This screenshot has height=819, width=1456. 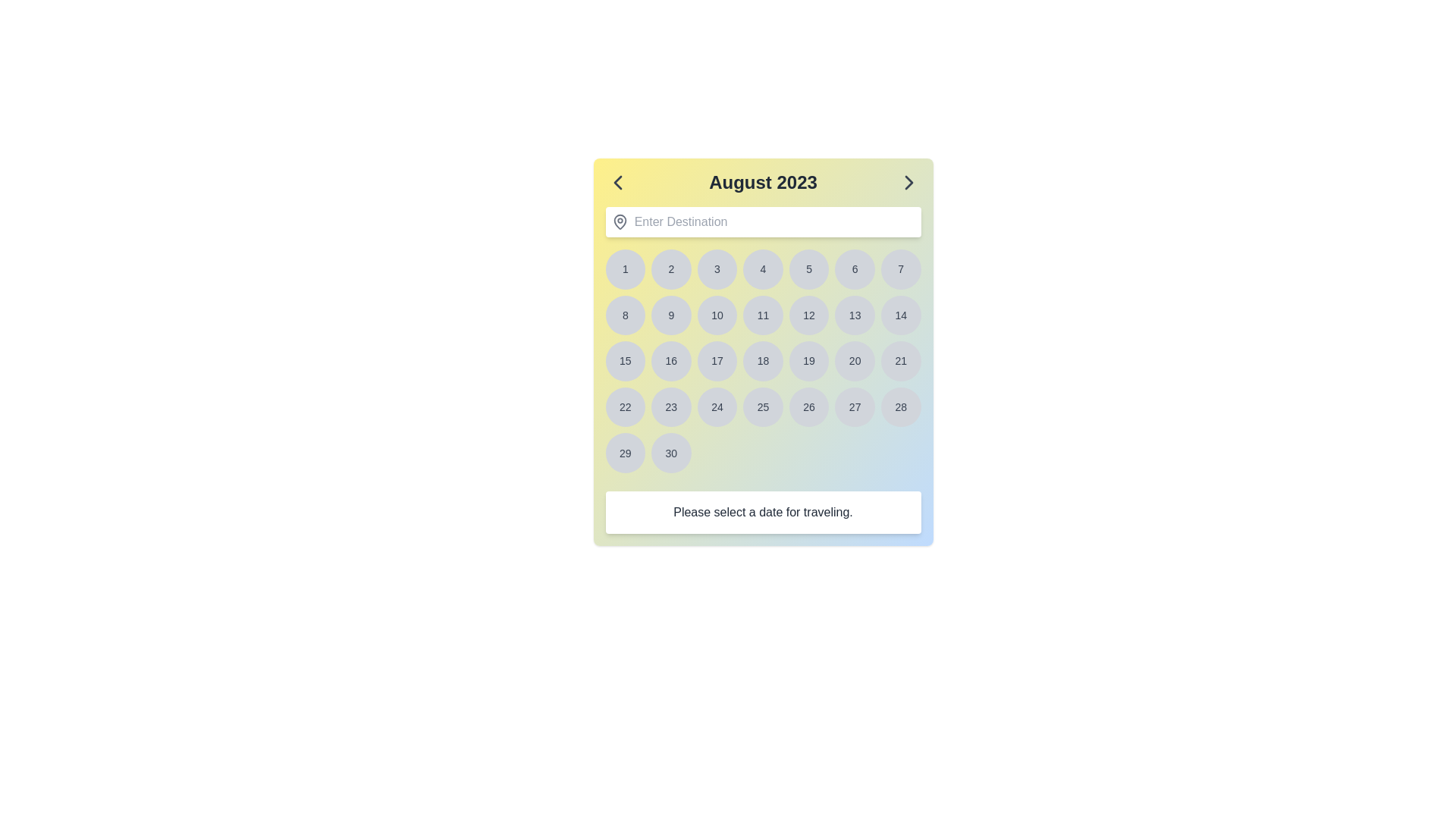 I want to click on the circular button with a light gray background displaying the number '29', so click(x=625, y=452).